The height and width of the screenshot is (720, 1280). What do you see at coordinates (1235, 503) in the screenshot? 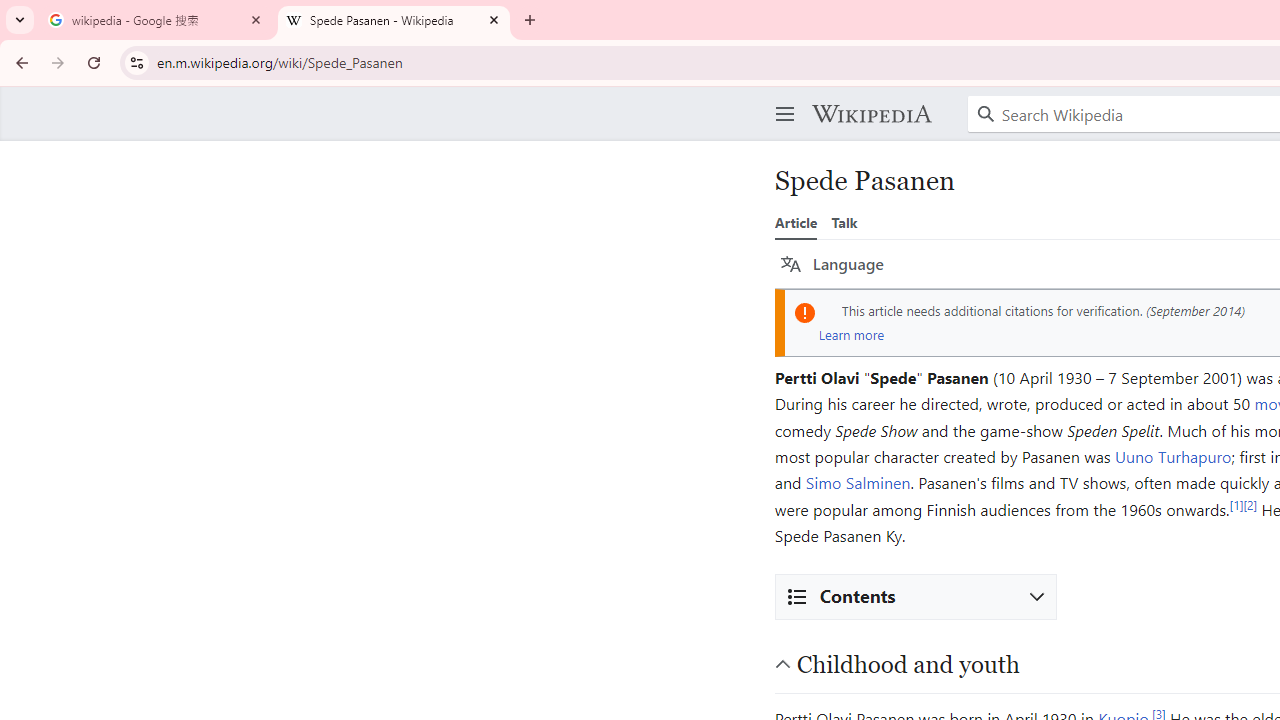
I see `'[1]'` at bounding box center [1235, 503].